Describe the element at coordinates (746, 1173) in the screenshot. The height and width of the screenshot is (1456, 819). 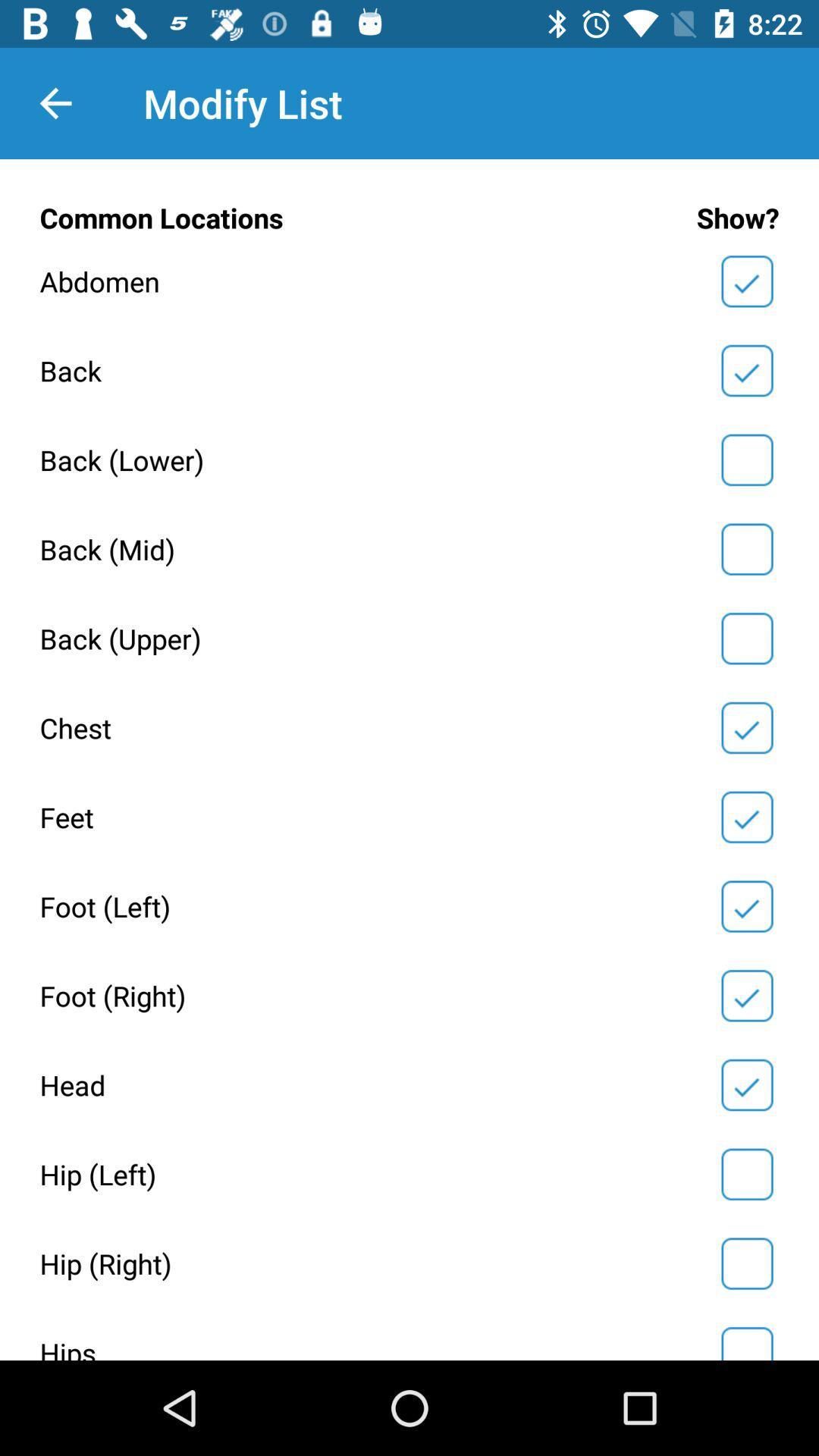
I see `yes/no selection box` at that location.